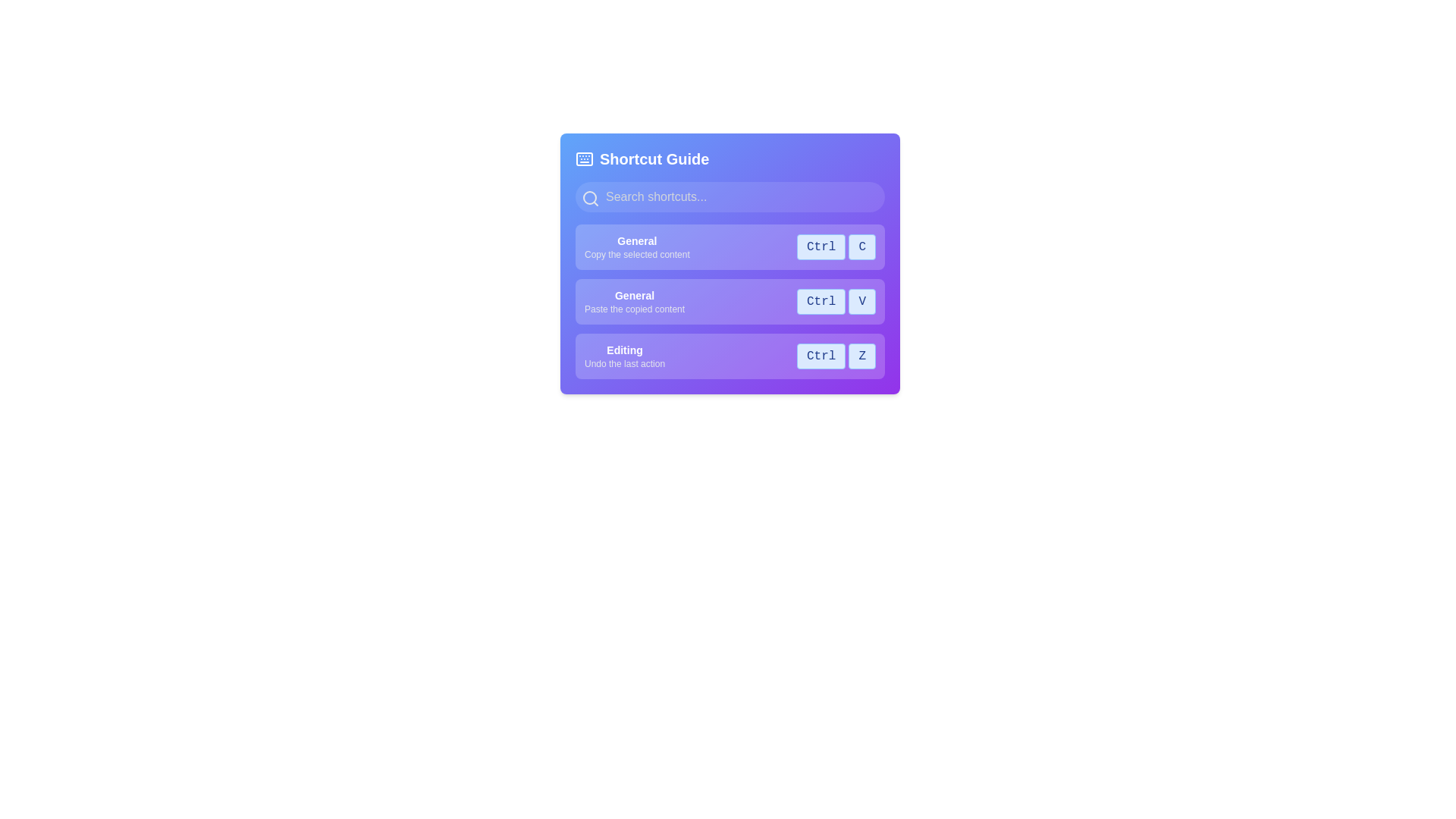 This screenshot has height=819, width=1456. Describe the element at coordinates (821, 356) in the screenshot. I see `the 'Ctrl' key indicator text button in the Shortcut Guide, which is non-interactive and serves as an informational element` at that location.